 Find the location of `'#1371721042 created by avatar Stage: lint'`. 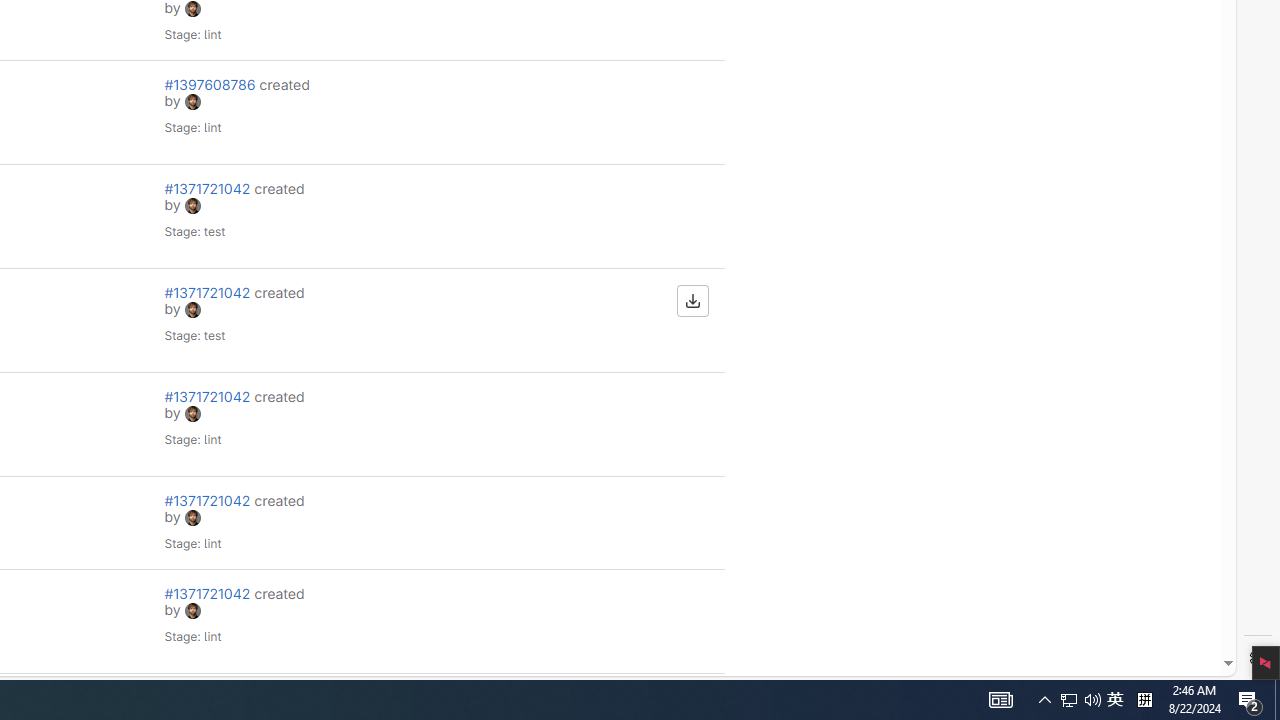

'#1371721042 created by avatar Stage: lint' is located at coordinates (243, 620).